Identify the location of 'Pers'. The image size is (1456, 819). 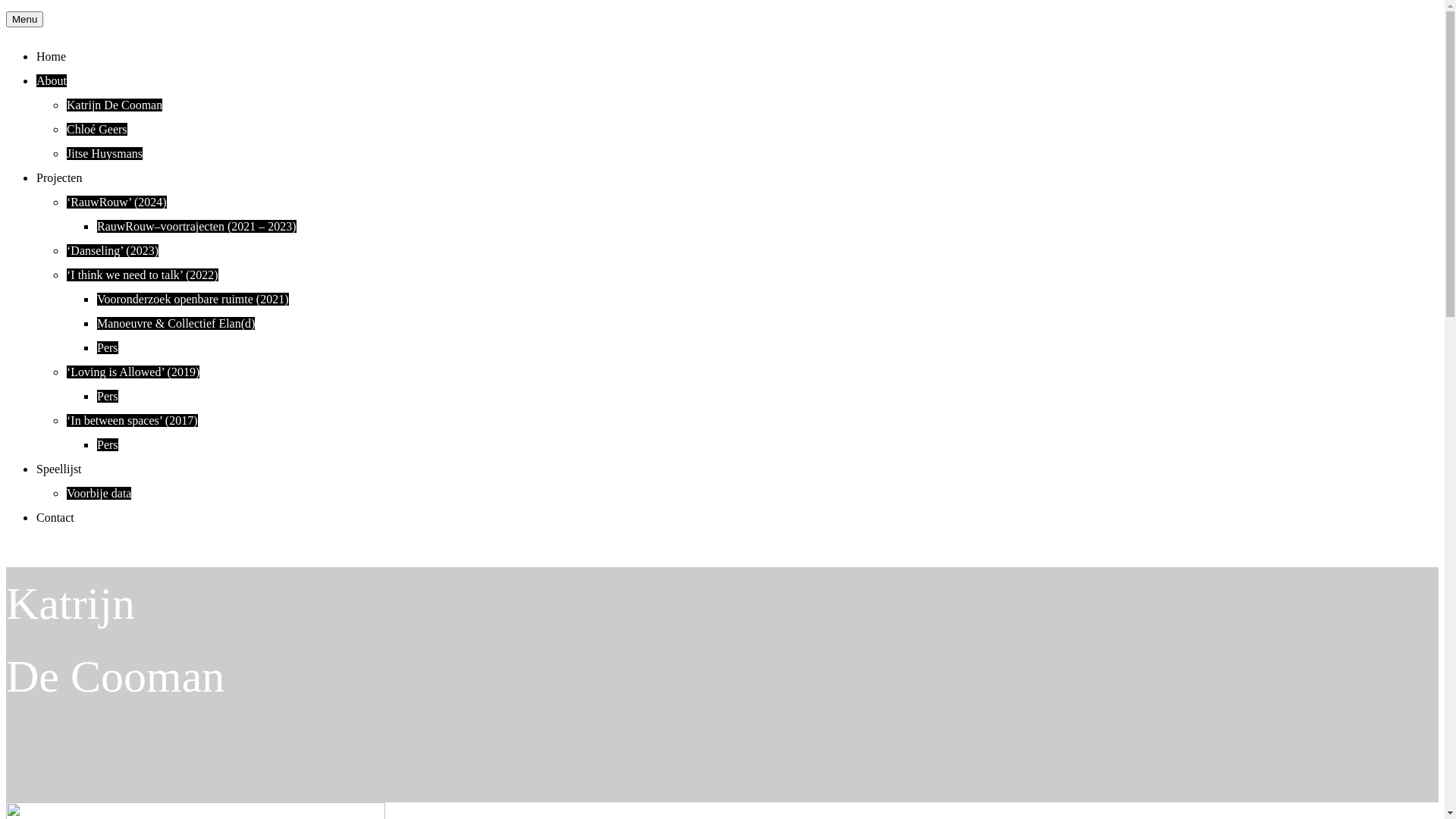
(107, 347).